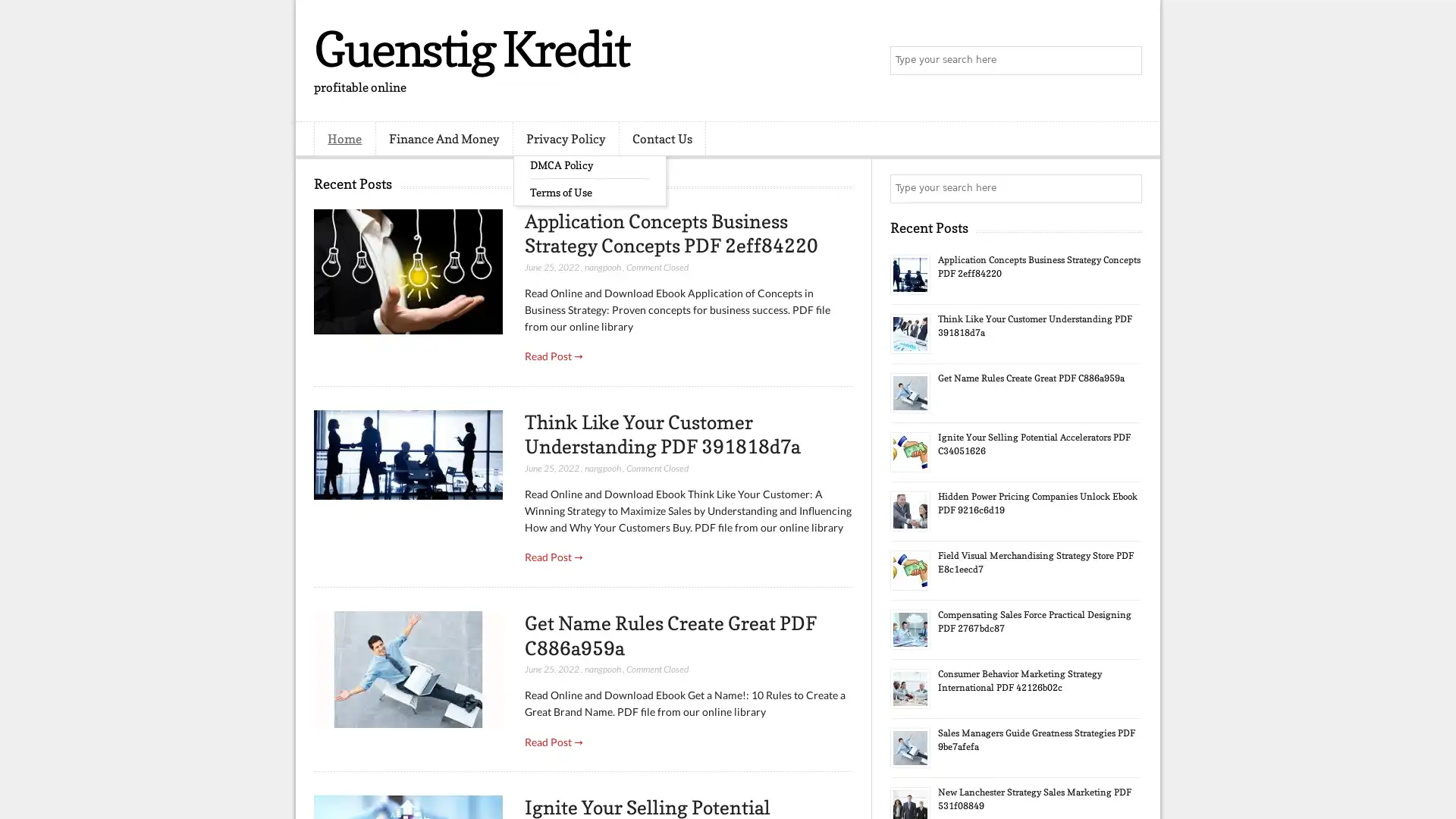 Image resolution: width=1456 pixels, height=819 pixels. I want to click on Search, so click(1126, 61).